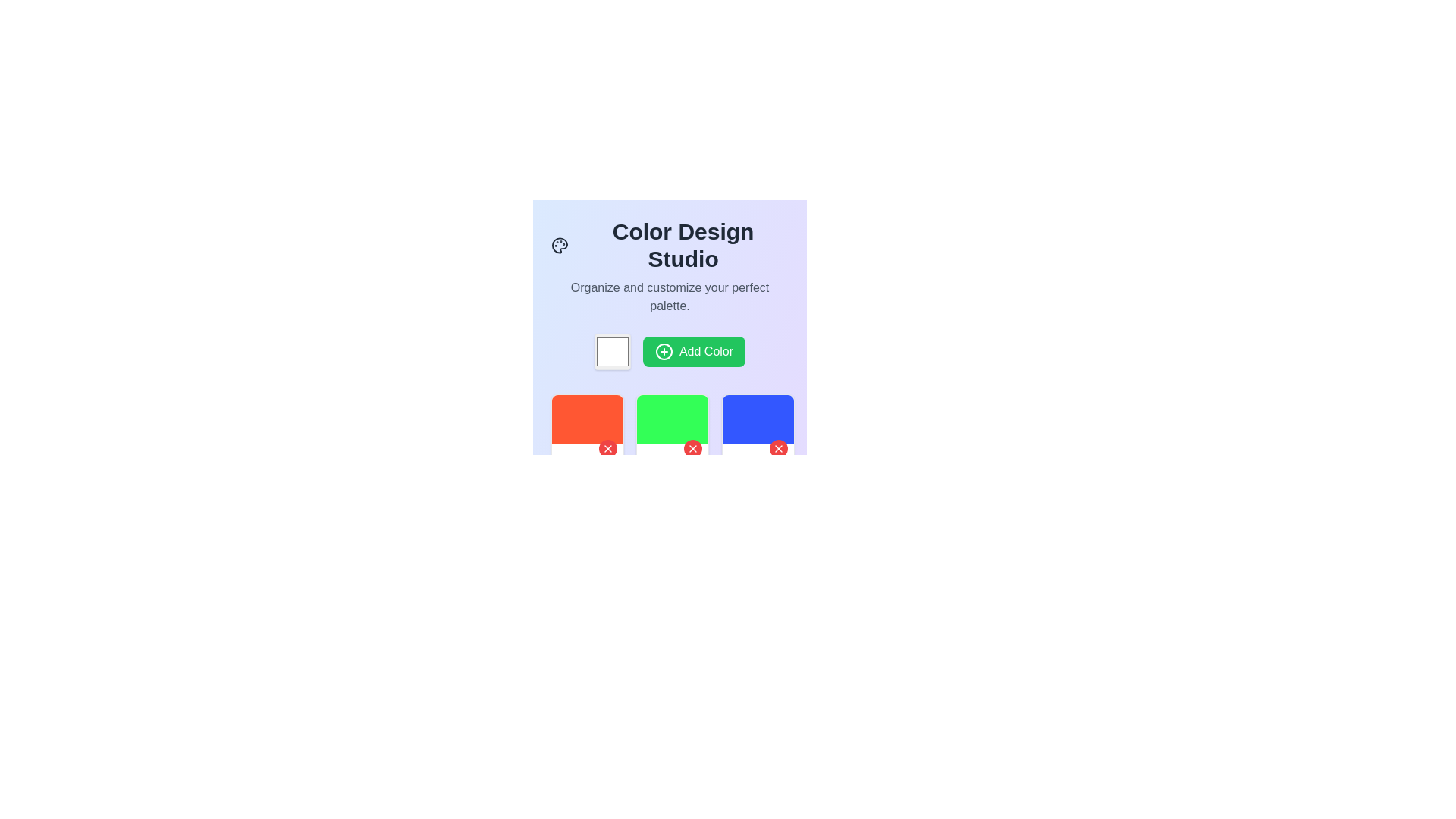 This screenshot has height=819, width=1456. I want to click on the decorative icon representing the color palette in the header section of the 'Color Design Studio' interface to interact with its associated functionality, so click(559, 245).